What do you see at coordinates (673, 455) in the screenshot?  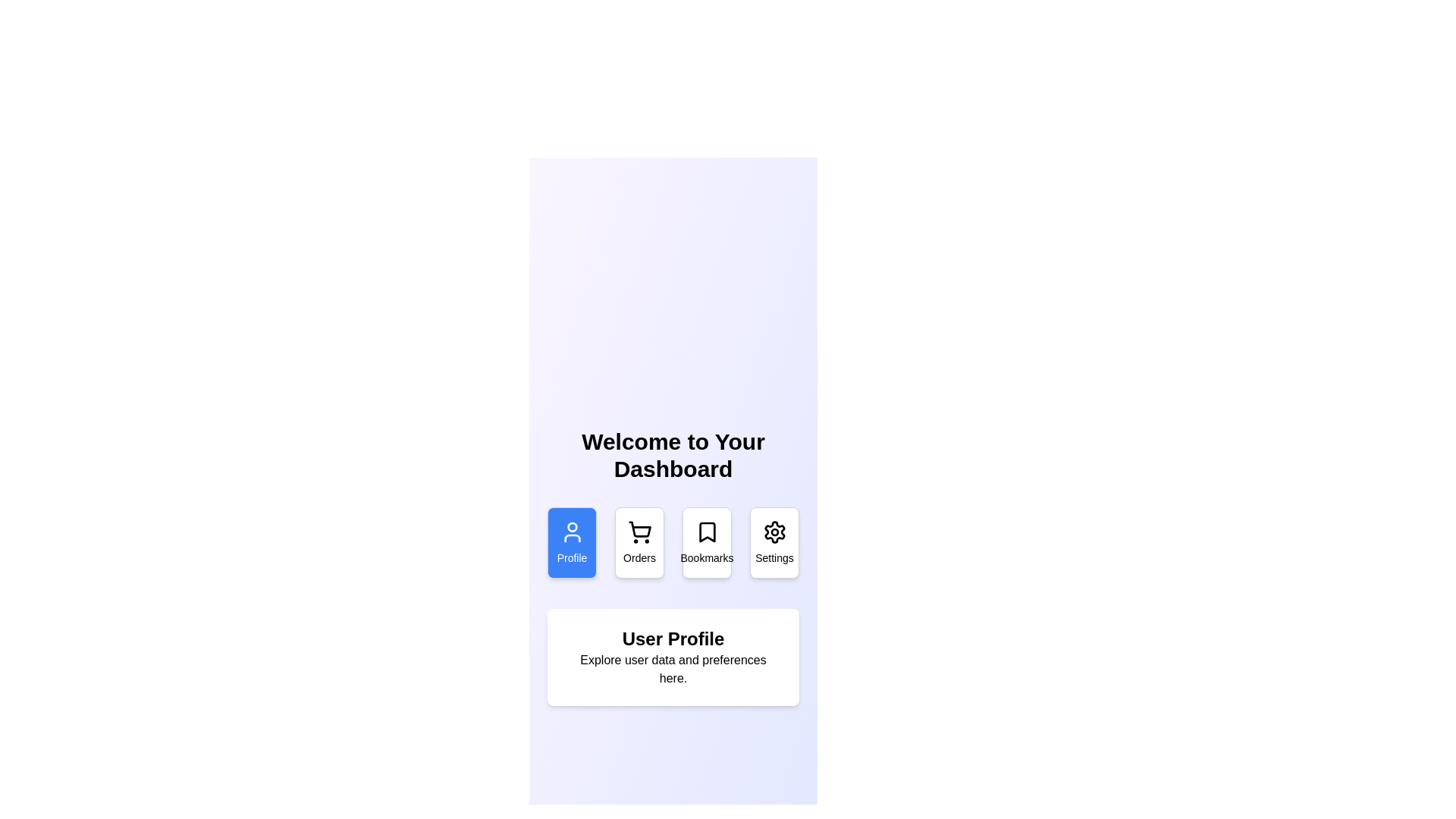 I see `the text header 'Welcome to Your Dashboard' which is centrally aligned at the top-middle of the interface` at bounding box center [673, 455].